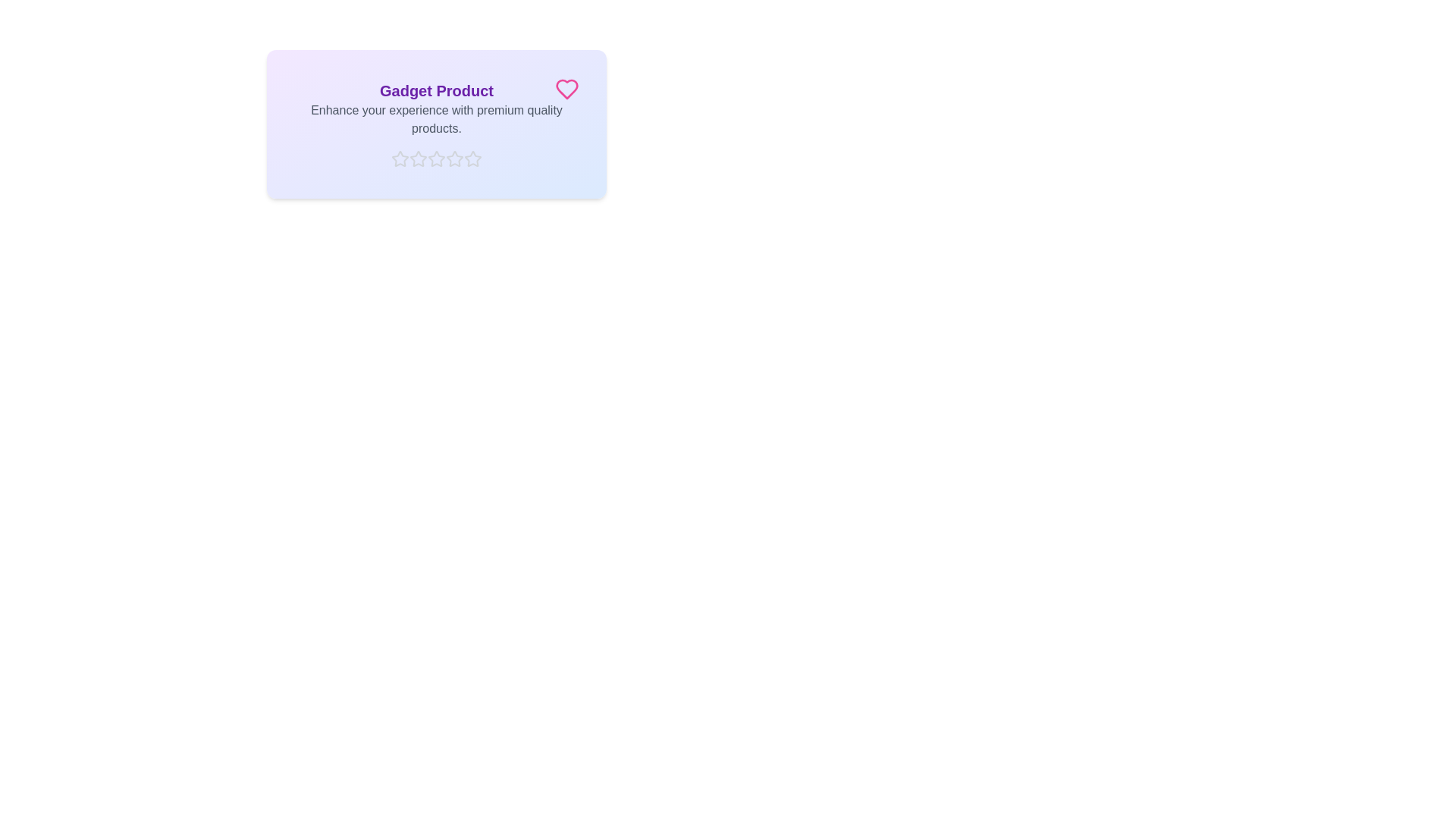  What do you see at coordinates (436, 158) in the screenshot?
I see `the star corresponding to the rating 3` at bounding box center [436, 158].